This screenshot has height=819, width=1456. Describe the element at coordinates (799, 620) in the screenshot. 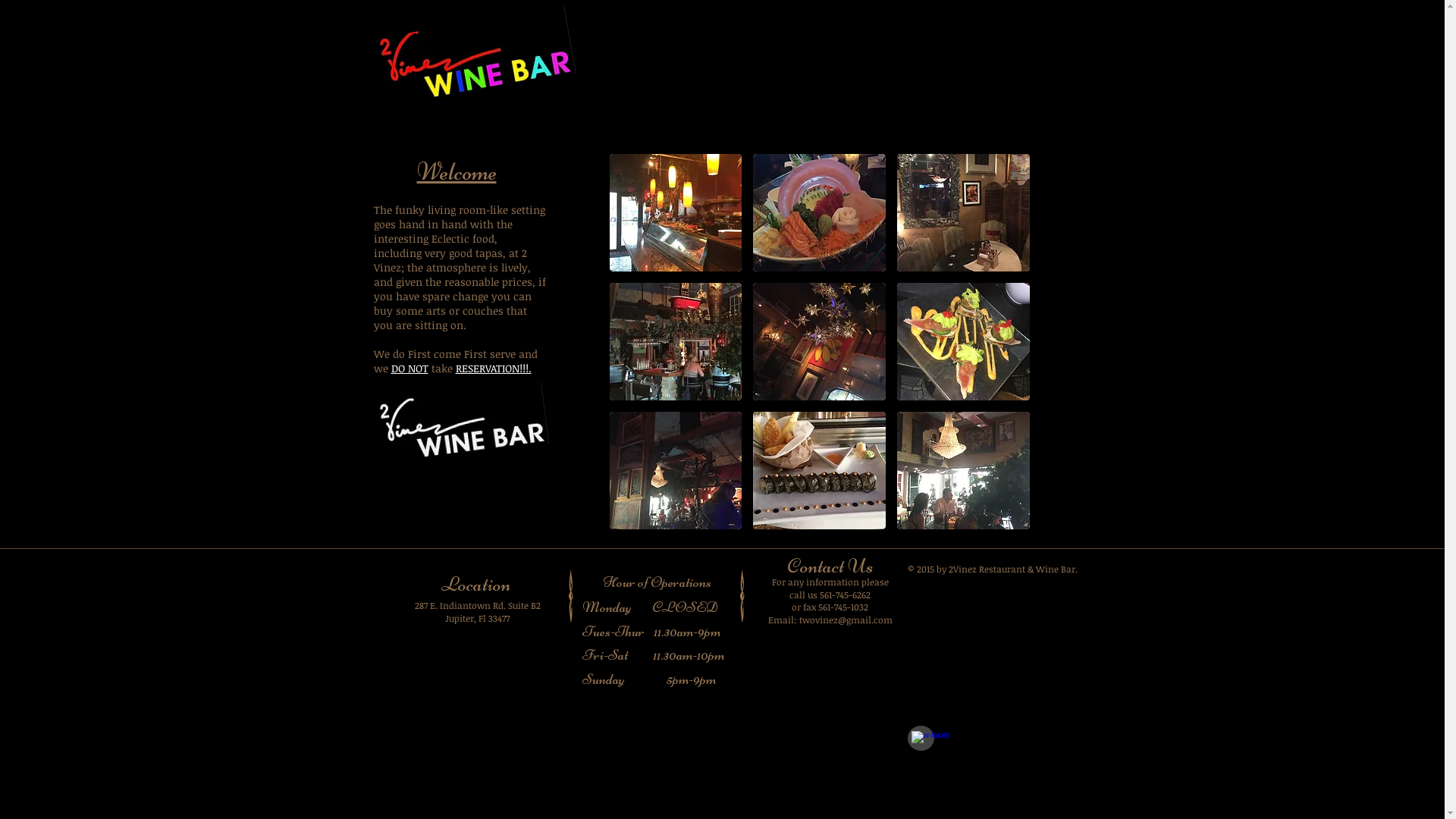

I see `'twovinez@gmail.com'` at that location.